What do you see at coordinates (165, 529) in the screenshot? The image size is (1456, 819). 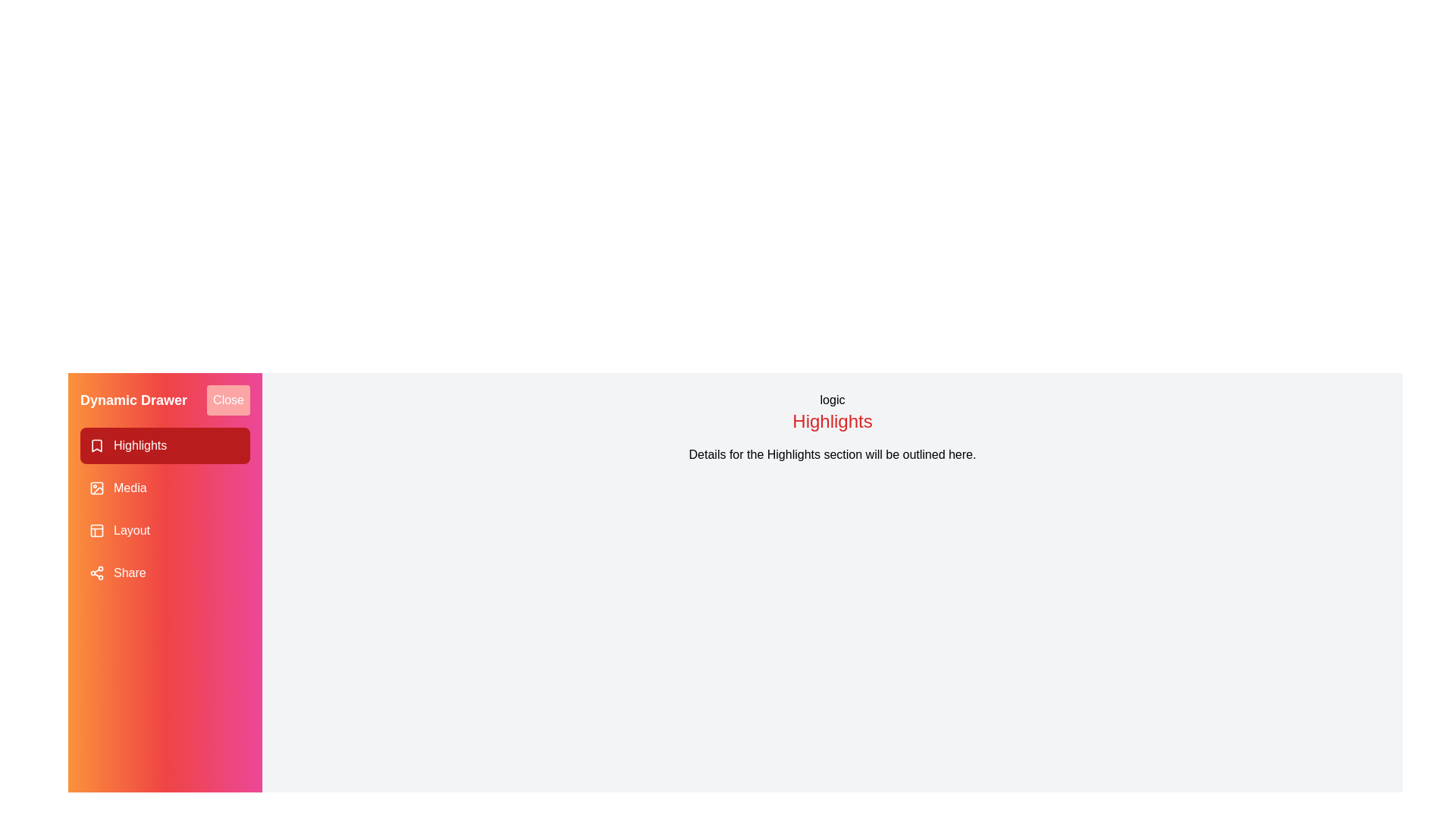 I see `the drawer item corresponding to Layout` at bounding box center [165, 529].